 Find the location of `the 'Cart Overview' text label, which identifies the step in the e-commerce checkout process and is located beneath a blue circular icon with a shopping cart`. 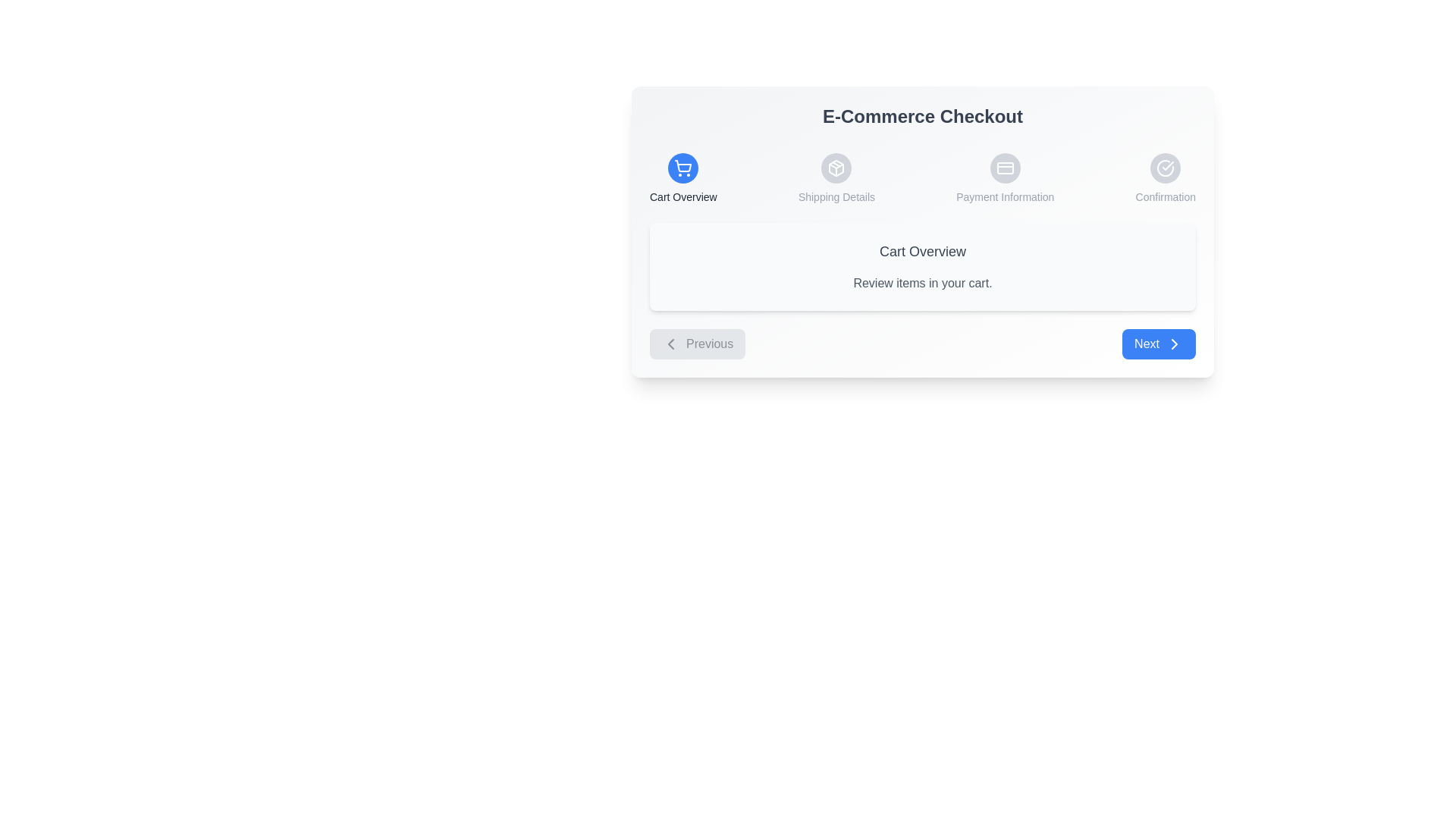

the 'Cart Overview' text label, which identifies the step in the e-commerce checkout process and is located beneath a blue circular icon with a shopping cart is located at coordinates (682, 196).